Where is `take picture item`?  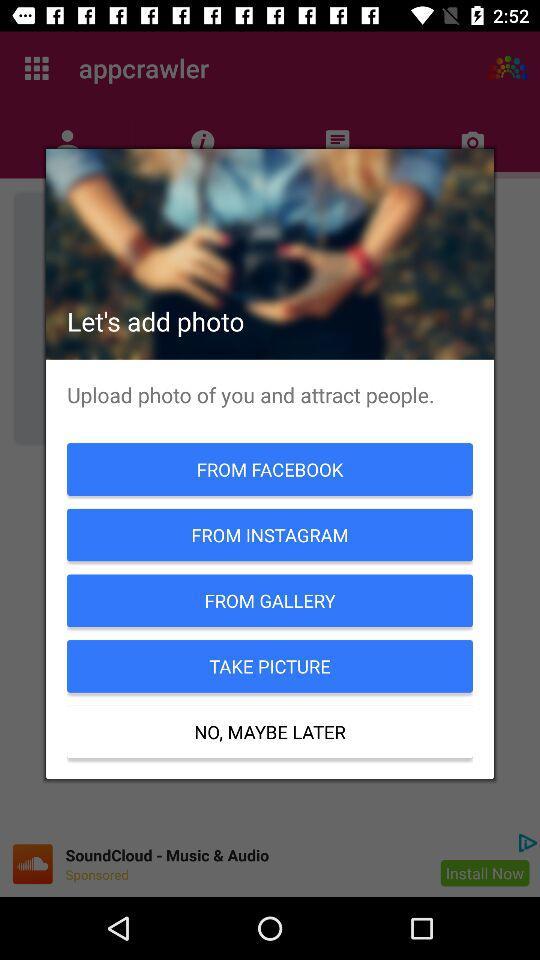
take picture item is located at coordinates (270, 666).